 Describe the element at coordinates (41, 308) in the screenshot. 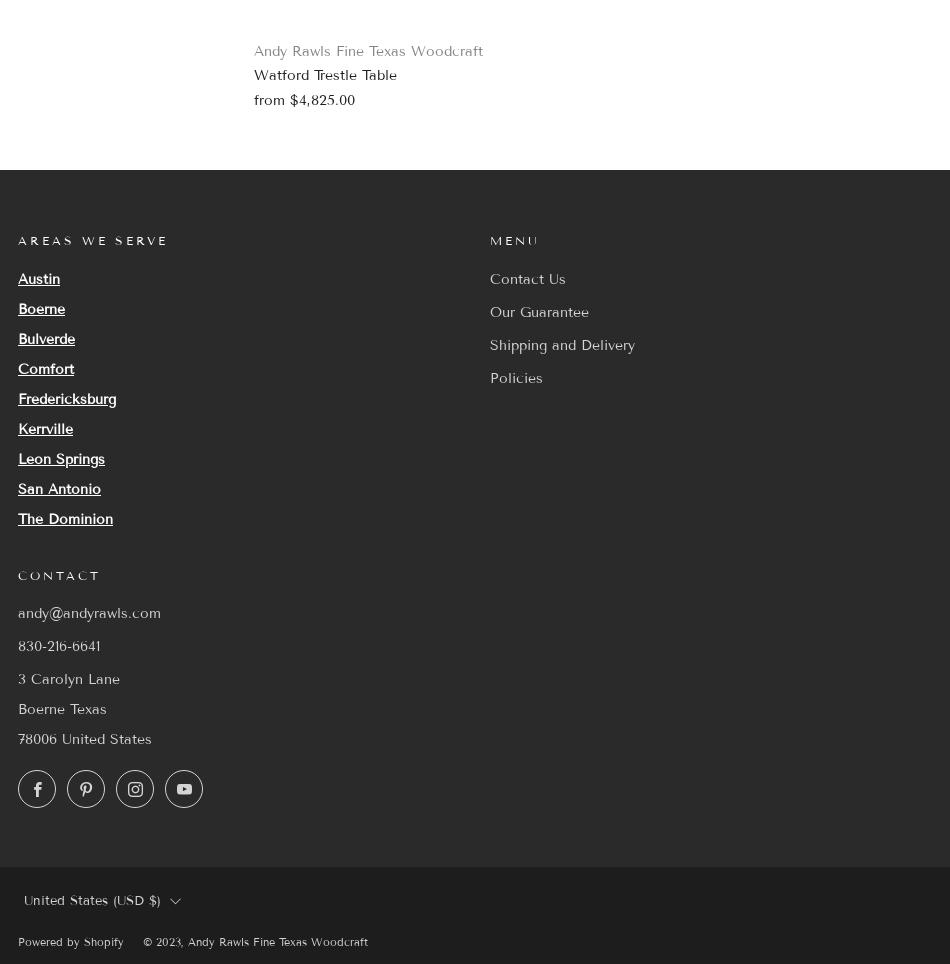

I see `'Boerne'` at that location.